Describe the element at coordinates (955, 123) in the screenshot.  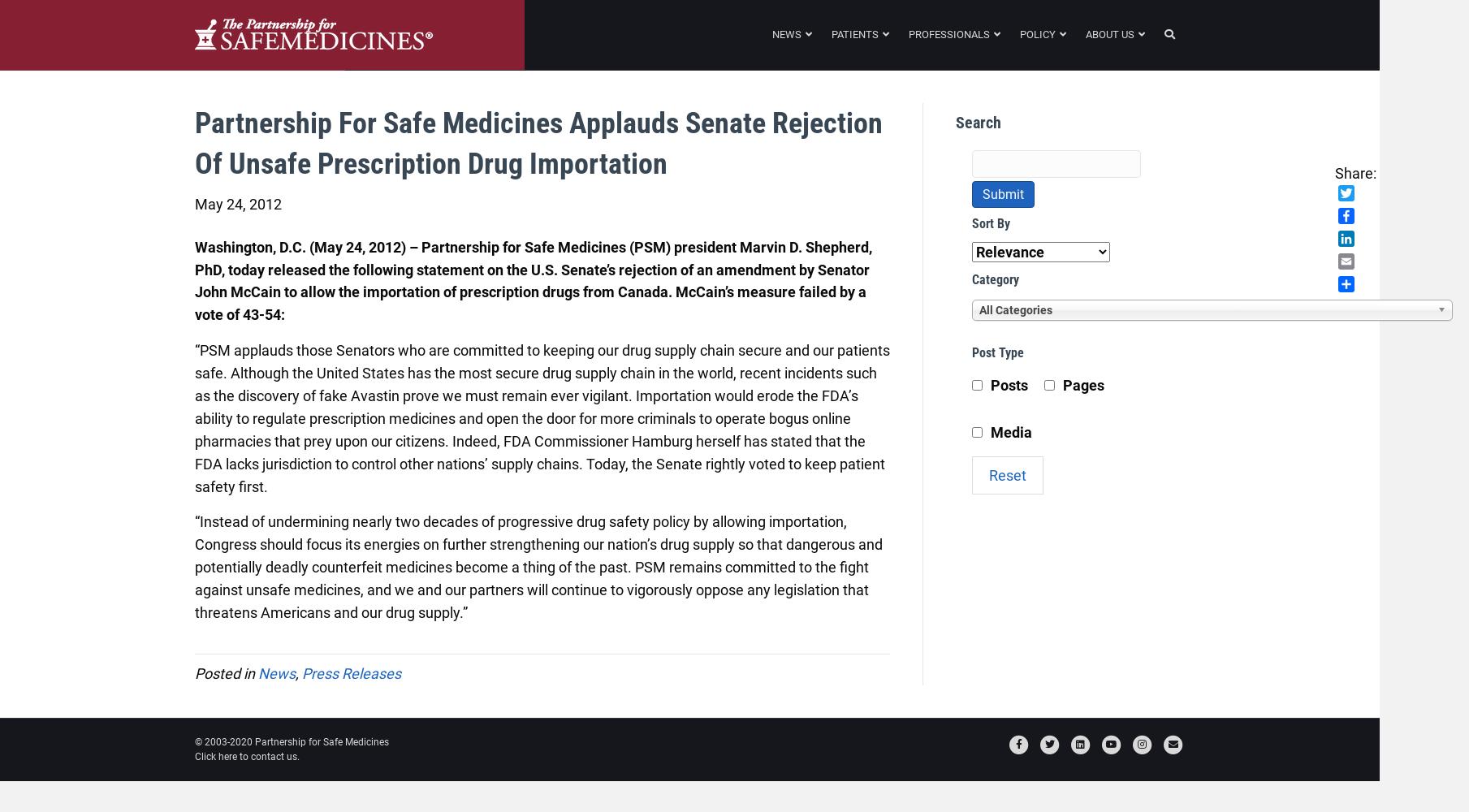
I see `'Search'` at that location.